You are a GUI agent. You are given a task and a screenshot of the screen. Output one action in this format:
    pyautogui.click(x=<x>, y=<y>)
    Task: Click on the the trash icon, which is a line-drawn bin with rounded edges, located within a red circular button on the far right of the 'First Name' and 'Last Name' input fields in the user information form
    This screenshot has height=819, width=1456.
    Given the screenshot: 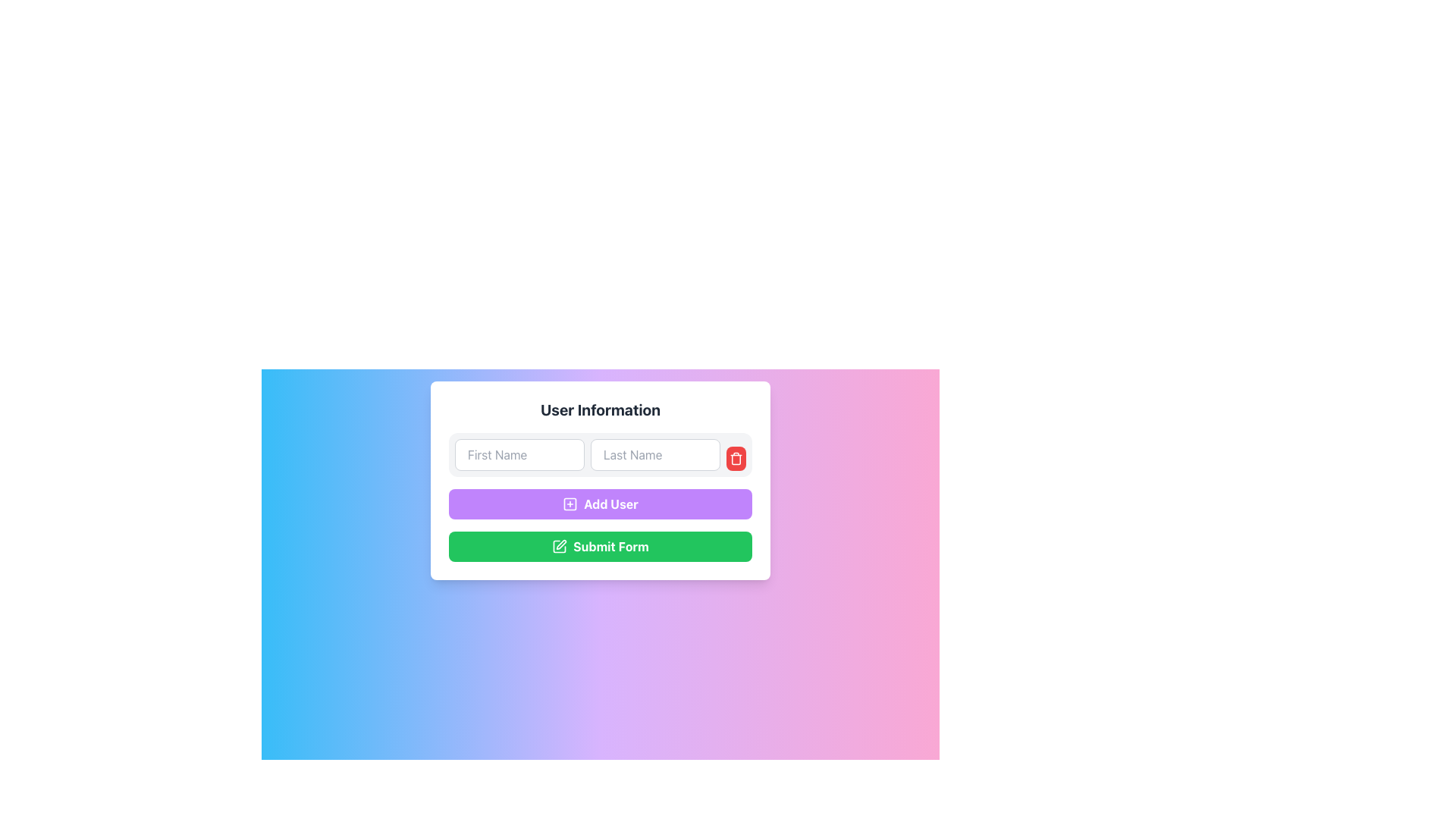 What is the action you would take?
    pyautogui.click(x=736, y=458)
    